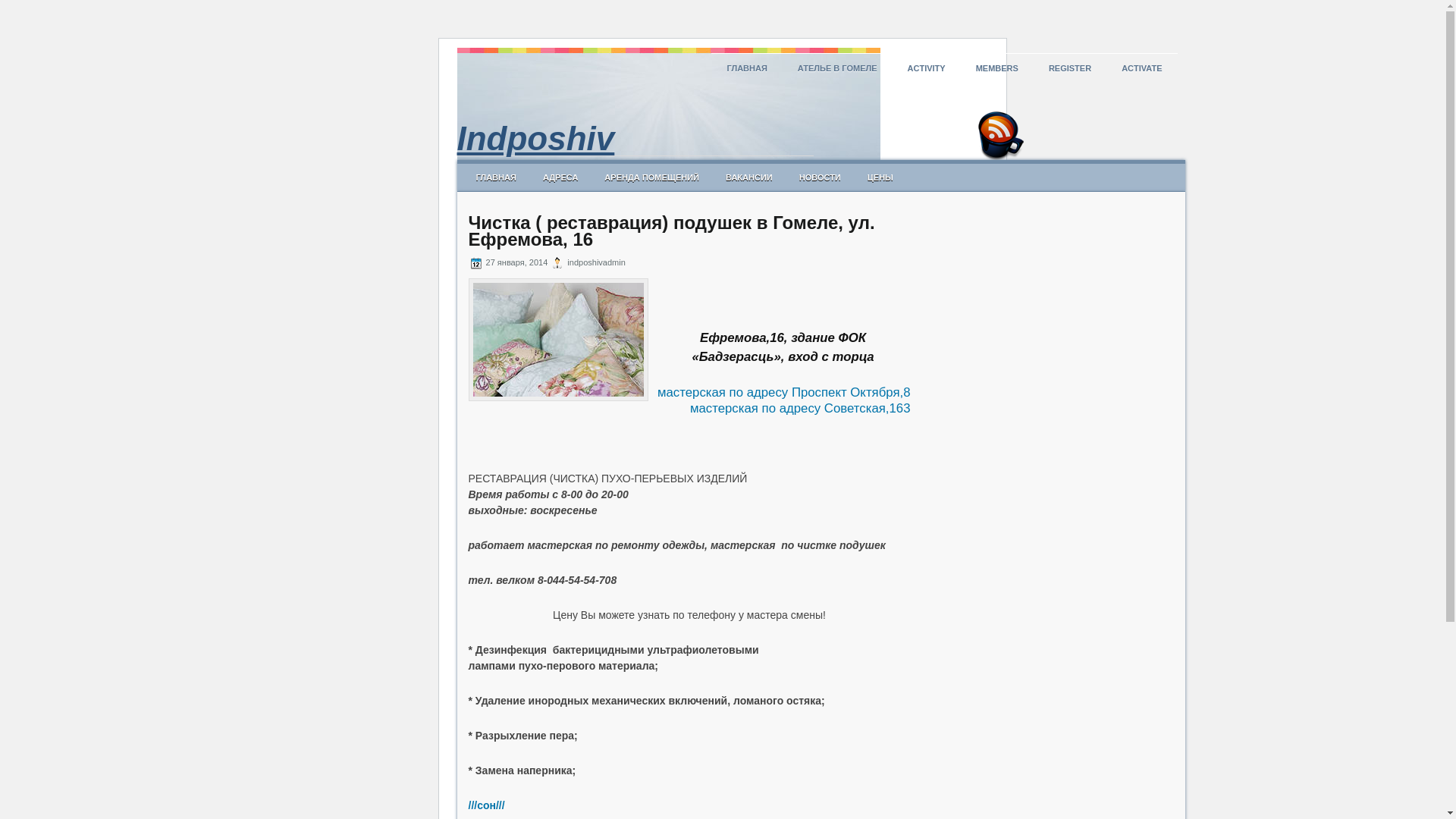 The image size is (1456, 819). Describe the element at coordinates (535, 138) in the screenshot. I see `'Indposhiv'` at that location.